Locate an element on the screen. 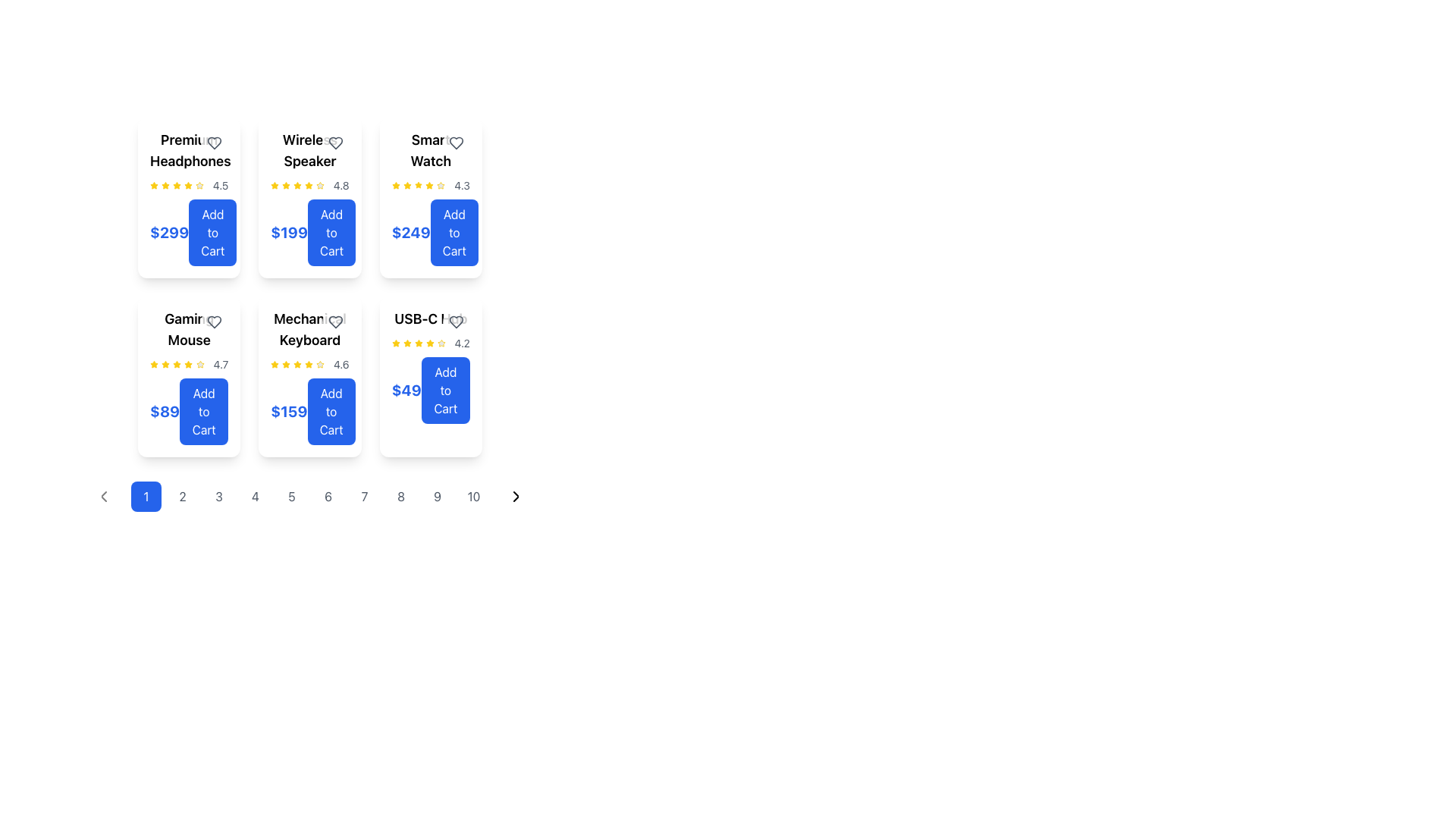 This screenshot has height=819, width=1456. the second star icon is located at coordinates (154, 184).